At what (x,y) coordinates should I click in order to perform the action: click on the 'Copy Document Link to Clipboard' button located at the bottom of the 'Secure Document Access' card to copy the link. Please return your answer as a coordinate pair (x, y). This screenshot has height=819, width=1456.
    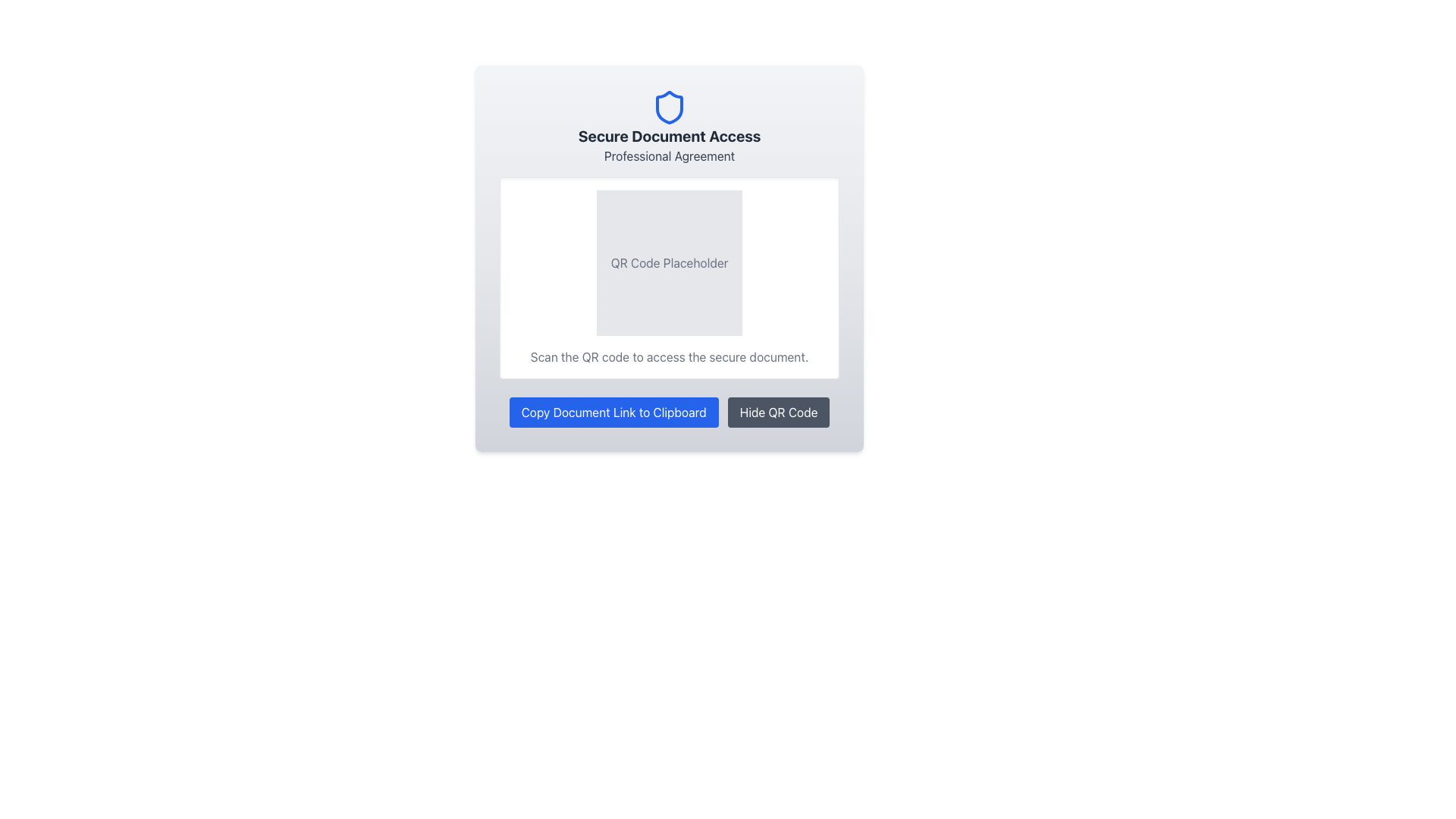
    Looking at the image, I should click on (669, 412).